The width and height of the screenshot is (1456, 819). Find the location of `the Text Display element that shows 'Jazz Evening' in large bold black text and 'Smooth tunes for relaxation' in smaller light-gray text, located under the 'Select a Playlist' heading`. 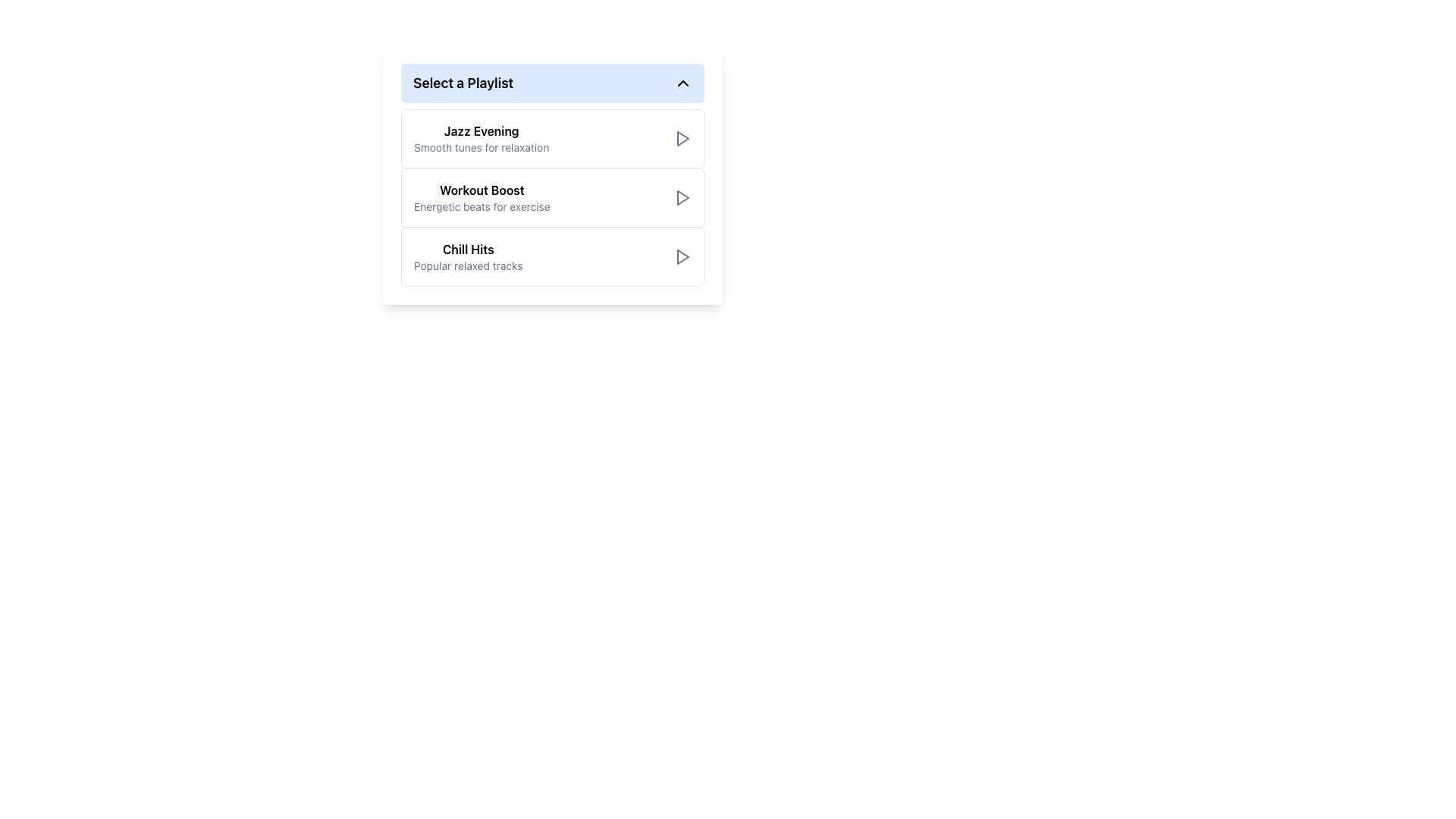

the Text Display element that shows 'Jazz Evening' in large bold black text and 'Smooth tunes for relaxation' in smaller light-gray text, located under the 'Select a Playlist' heading is located at coordinates (481, 138).